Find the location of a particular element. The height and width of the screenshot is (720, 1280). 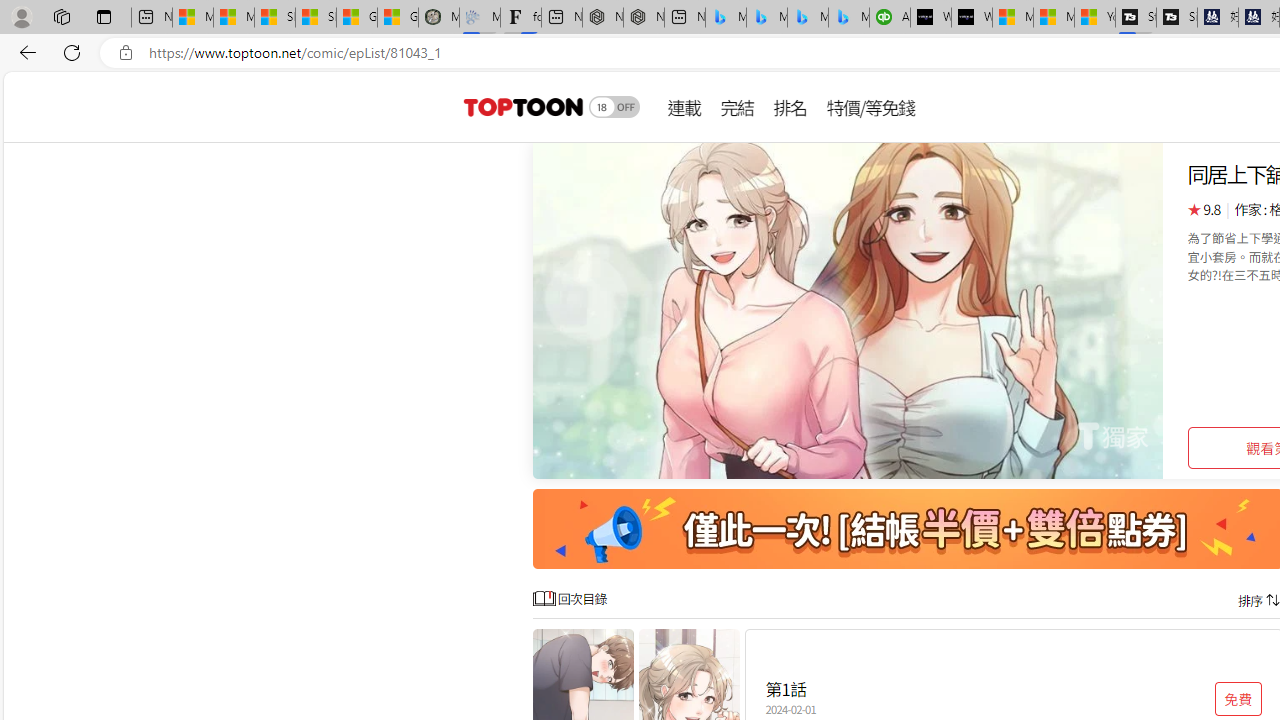

'Class: swiper-slide' is located at coordinates (848, 311).